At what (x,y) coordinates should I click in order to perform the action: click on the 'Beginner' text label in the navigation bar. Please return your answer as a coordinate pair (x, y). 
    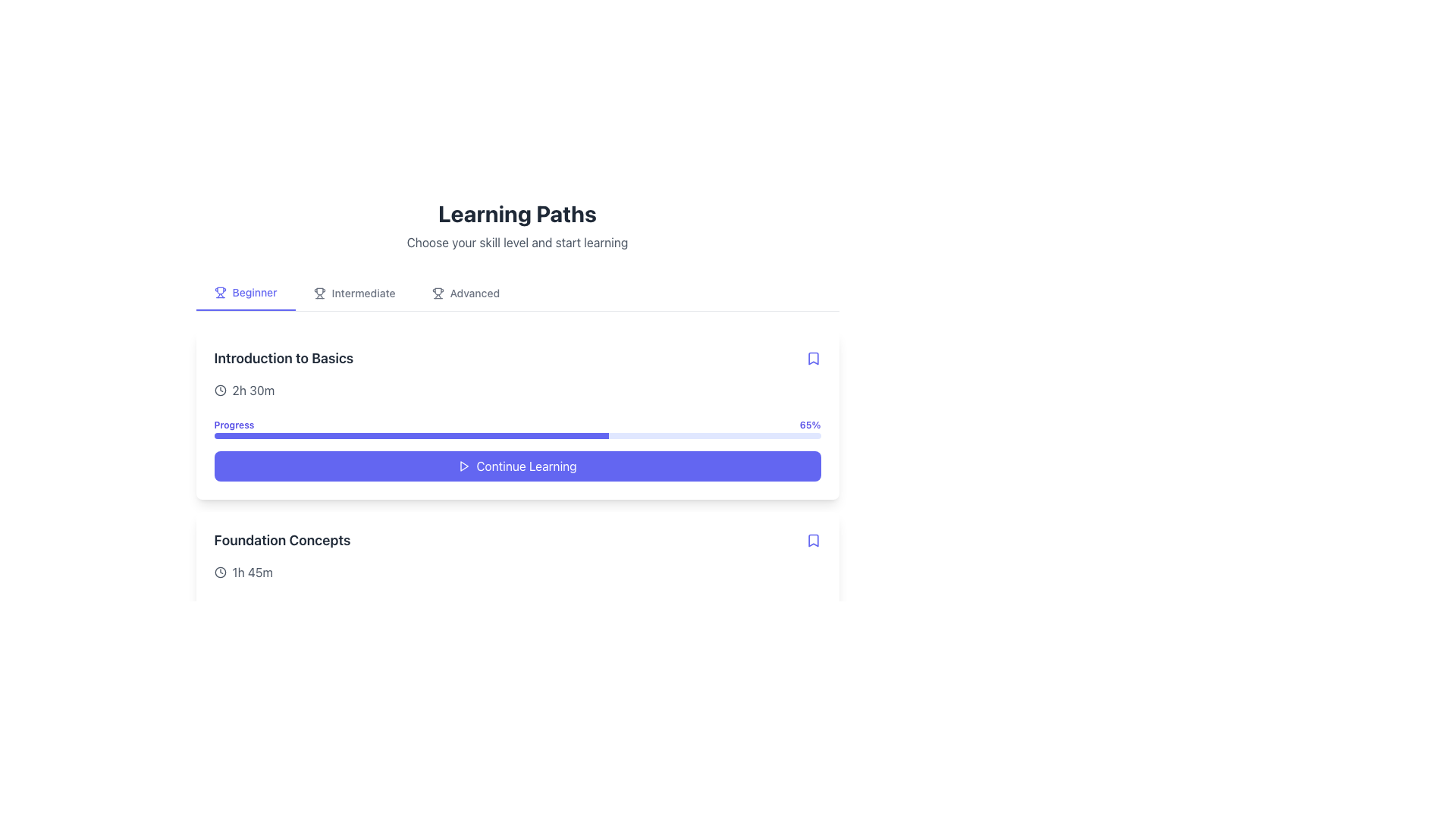
    Looking at the image, I should click on (255, 292).